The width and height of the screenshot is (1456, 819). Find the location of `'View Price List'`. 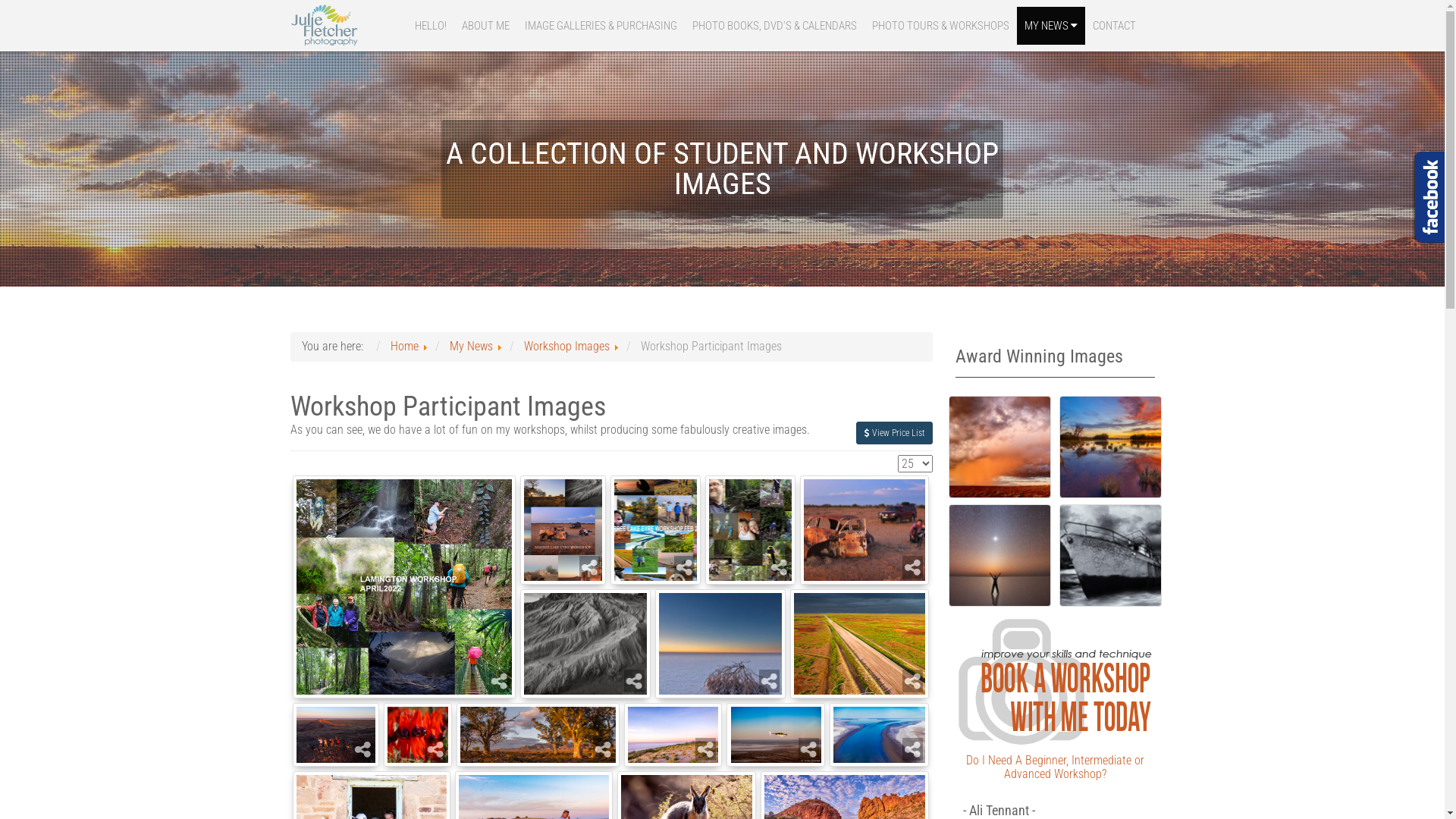

'View Price List' is located at coordinates (894, 432).